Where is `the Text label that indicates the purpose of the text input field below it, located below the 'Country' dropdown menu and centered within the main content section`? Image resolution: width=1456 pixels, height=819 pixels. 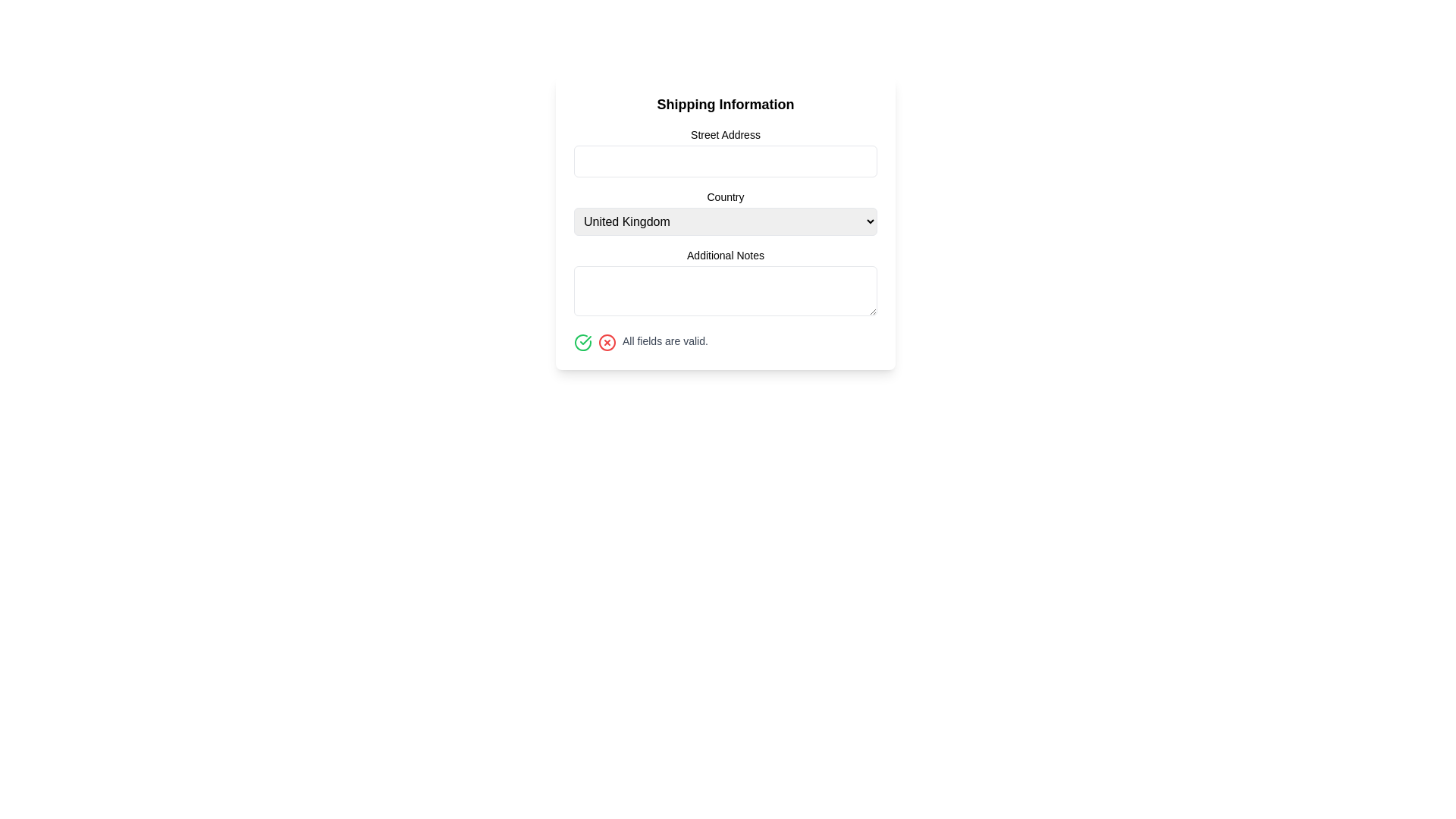 the Text label that indicates the purpose of the text input field below it, located below the 'Country' dropdown menu and centered within the main content section is located at coordinates (724, 254).